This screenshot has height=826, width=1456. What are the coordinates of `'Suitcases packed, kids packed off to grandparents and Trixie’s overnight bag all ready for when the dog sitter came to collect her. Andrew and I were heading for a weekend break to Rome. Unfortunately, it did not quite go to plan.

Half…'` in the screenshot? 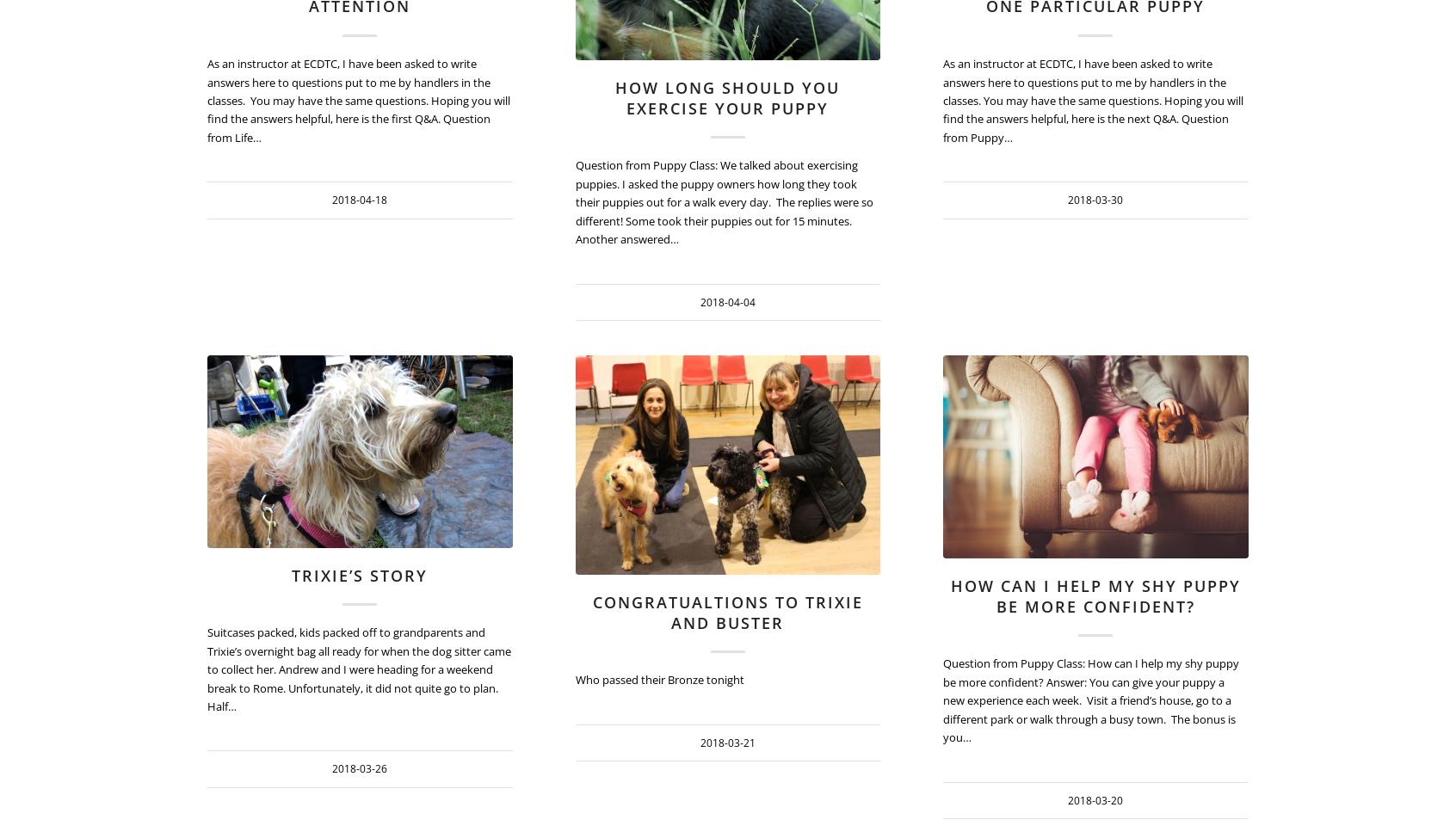 It's located at (359, 668).